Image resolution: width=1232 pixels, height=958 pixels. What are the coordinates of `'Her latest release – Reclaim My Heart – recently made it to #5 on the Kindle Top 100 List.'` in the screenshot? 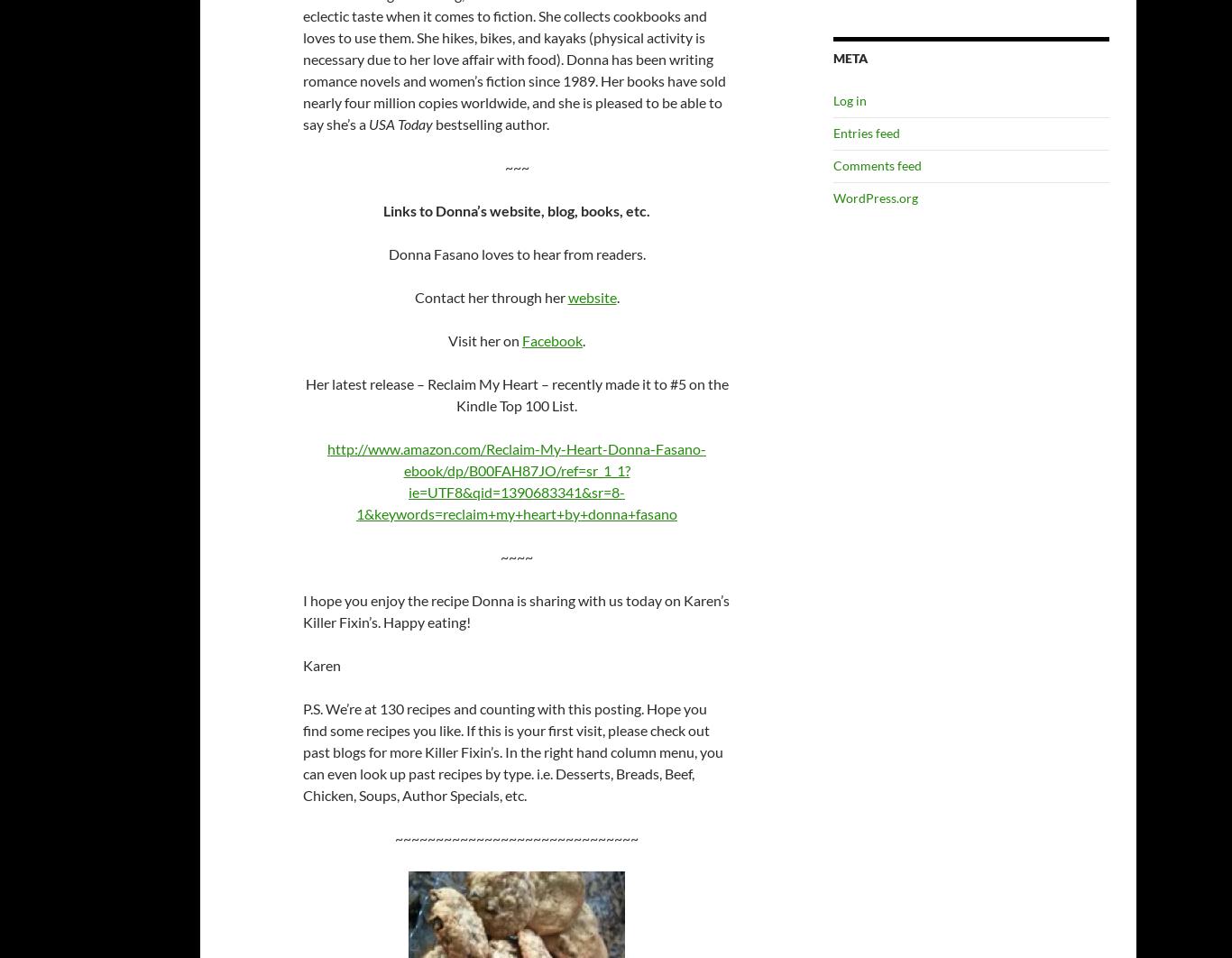 It's located at (304, 393).